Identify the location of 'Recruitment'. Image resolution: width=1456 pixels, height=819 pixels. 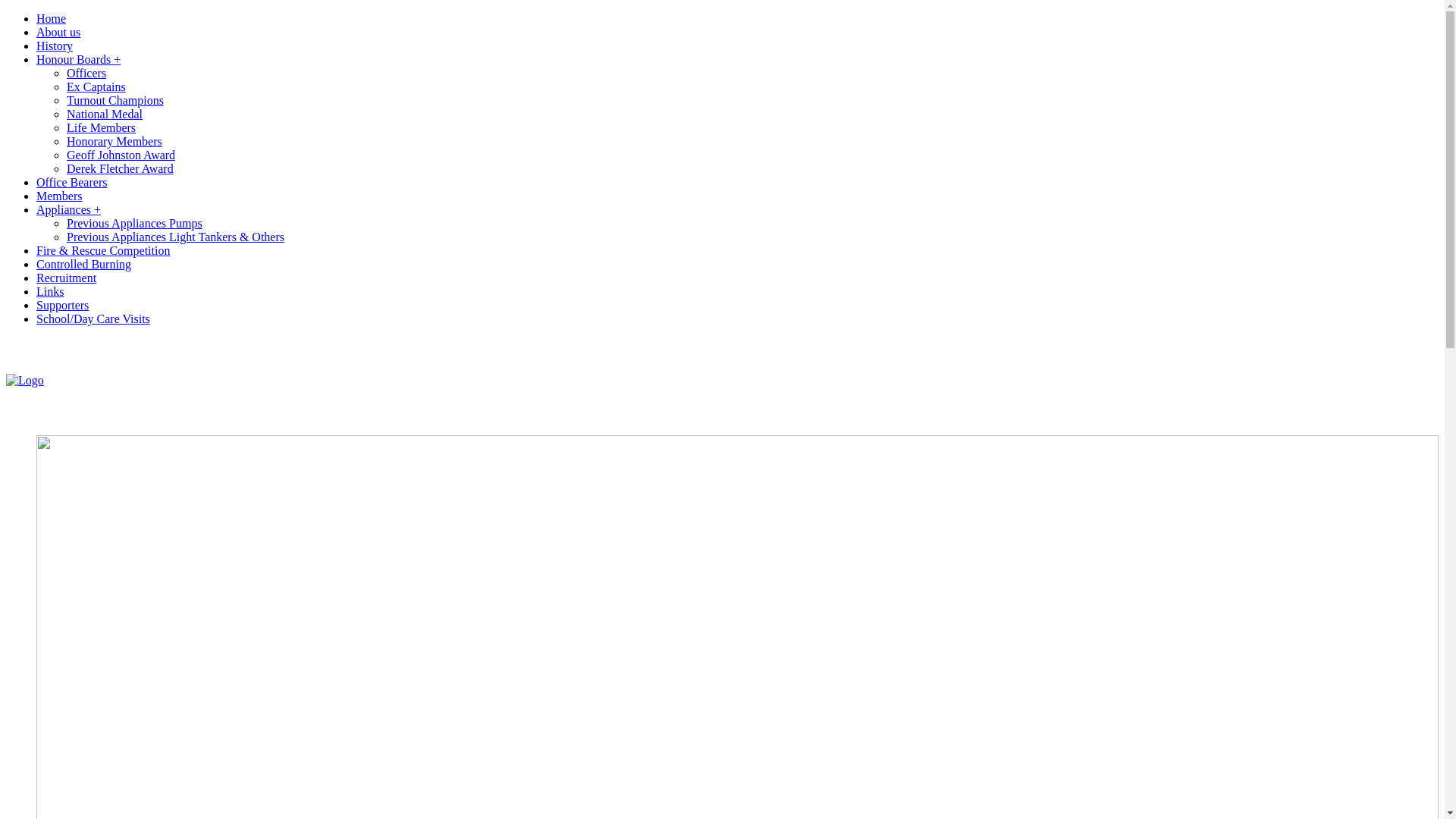
(36, 278).